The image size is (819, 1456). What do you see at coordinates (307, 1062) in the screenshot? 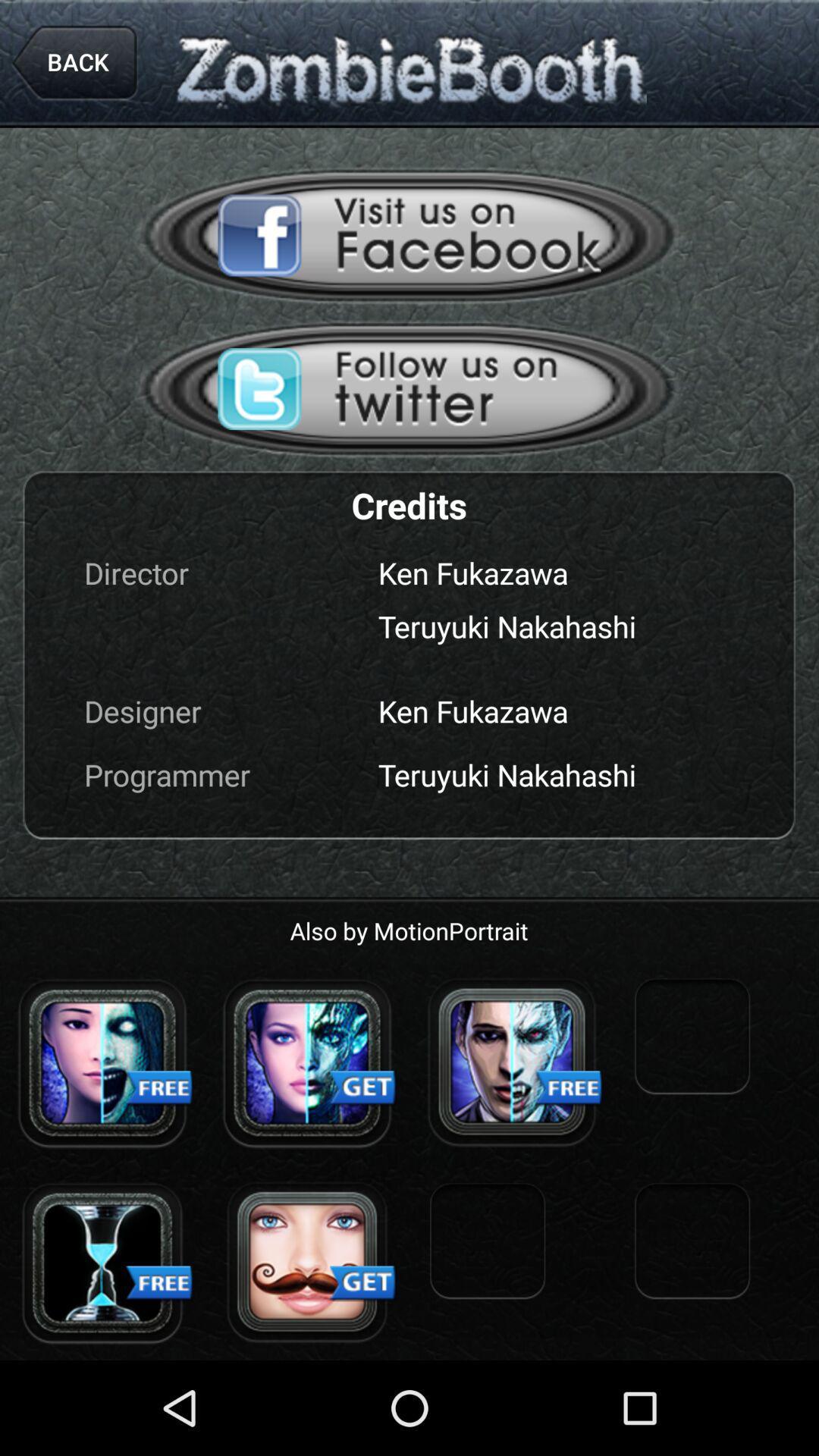
I see `choose zombie profile` at bounding box center [307, 1062].